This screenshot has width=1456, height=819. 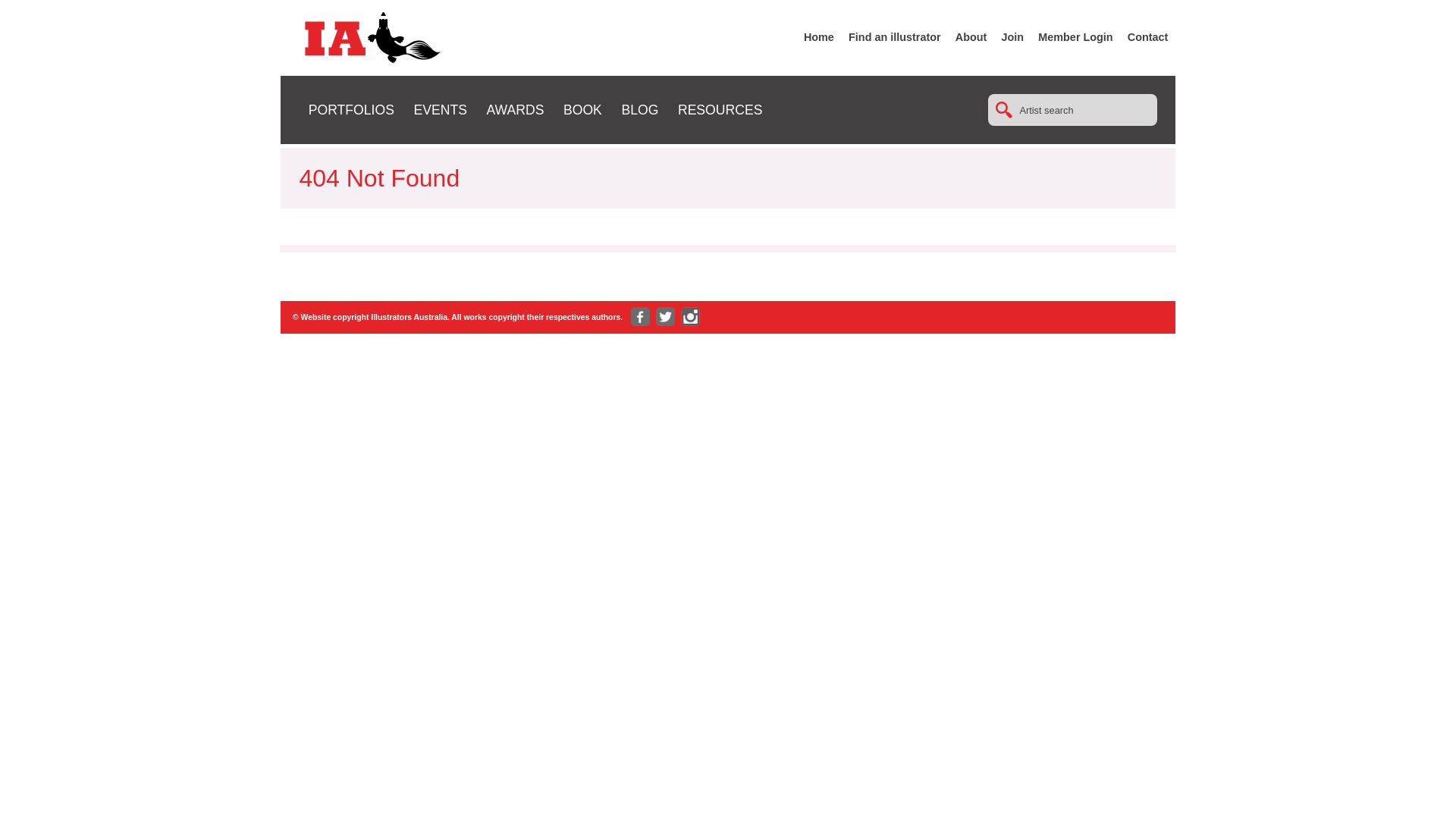 What do you see at coordinates (439, 109) in the screenshot?
I see `'EVENTS'` at bounding box center [439, 109].